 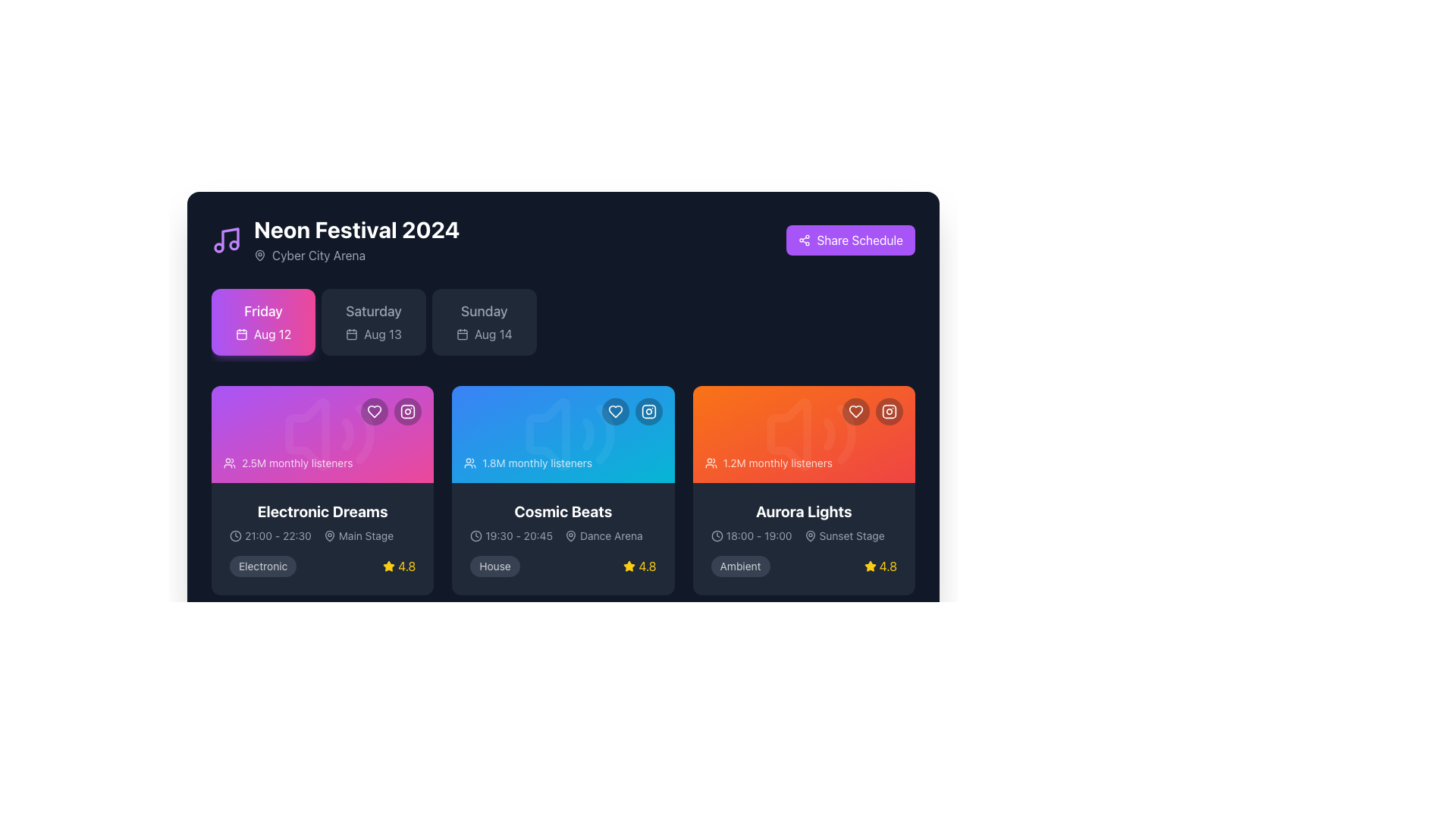 I want to click on text of the label displaying 'Electronic Dreams', which is prominently positioned at the bottom center of the pink gradient tile in the first grid tile, so click(x=322, y=512).